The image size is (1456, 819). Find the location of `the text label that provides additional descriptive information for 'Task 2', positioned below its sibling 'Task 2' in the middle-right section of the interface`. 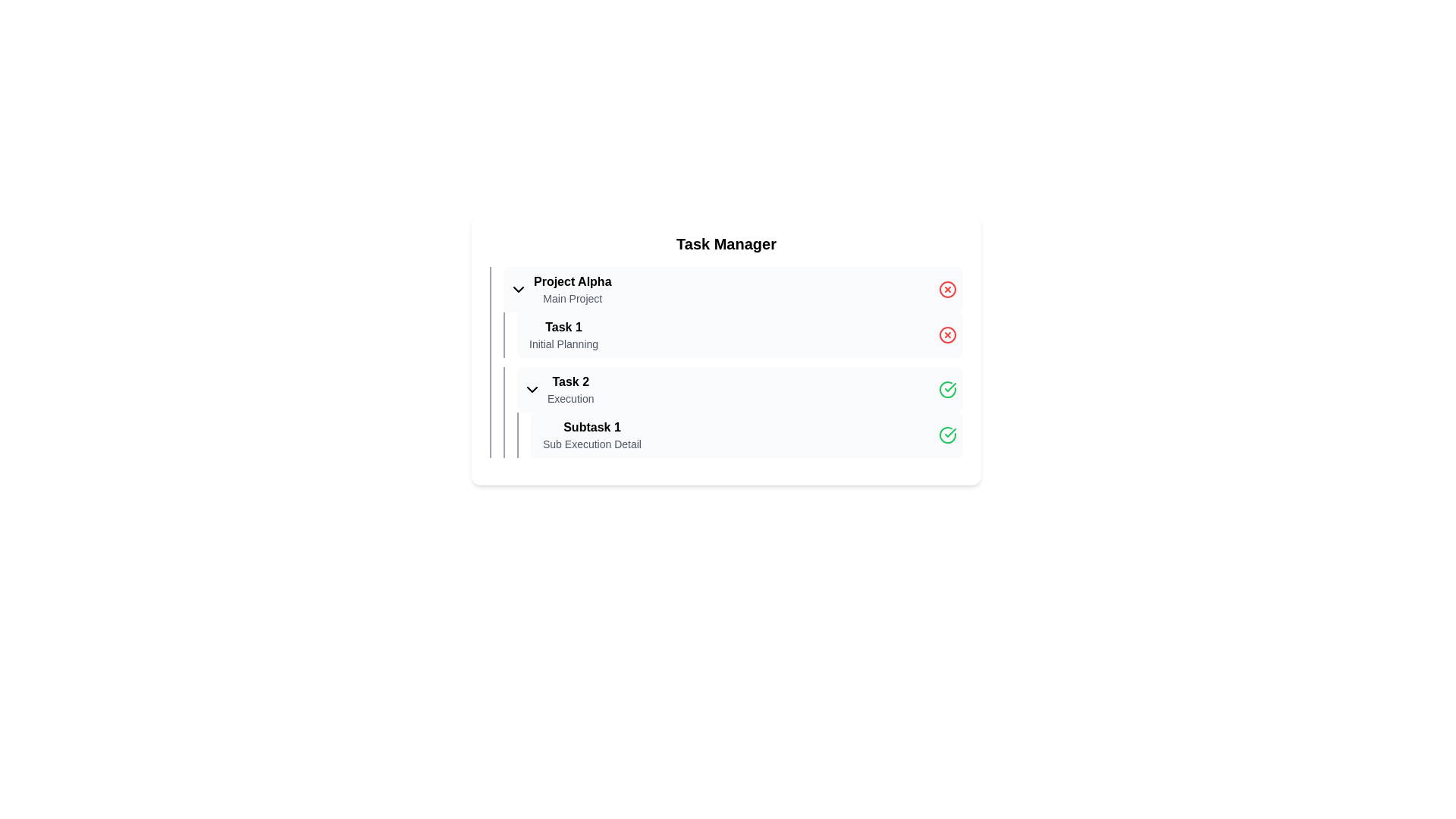

the text label that provides additional descriptive information for 'Task 2', positioned below its sibling 'Task 2' in the middle-right section of the interface is located at coordinates (570, 397).